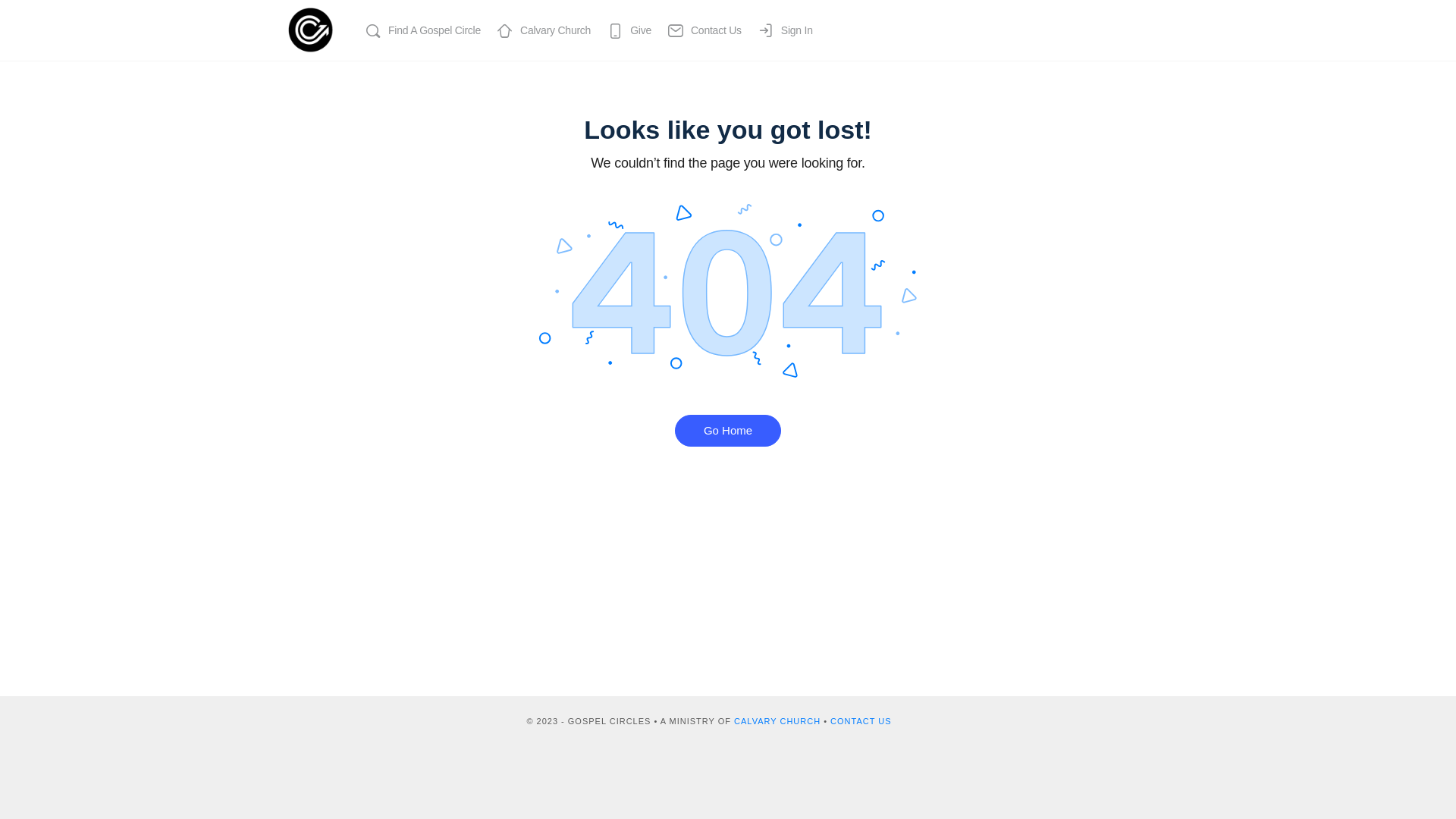 Image resolution: width=1456 pixels, height=819 pixels. Describe the element at coordinates (757, 30) in the screenshot. I see `'Sign In'` at that location.